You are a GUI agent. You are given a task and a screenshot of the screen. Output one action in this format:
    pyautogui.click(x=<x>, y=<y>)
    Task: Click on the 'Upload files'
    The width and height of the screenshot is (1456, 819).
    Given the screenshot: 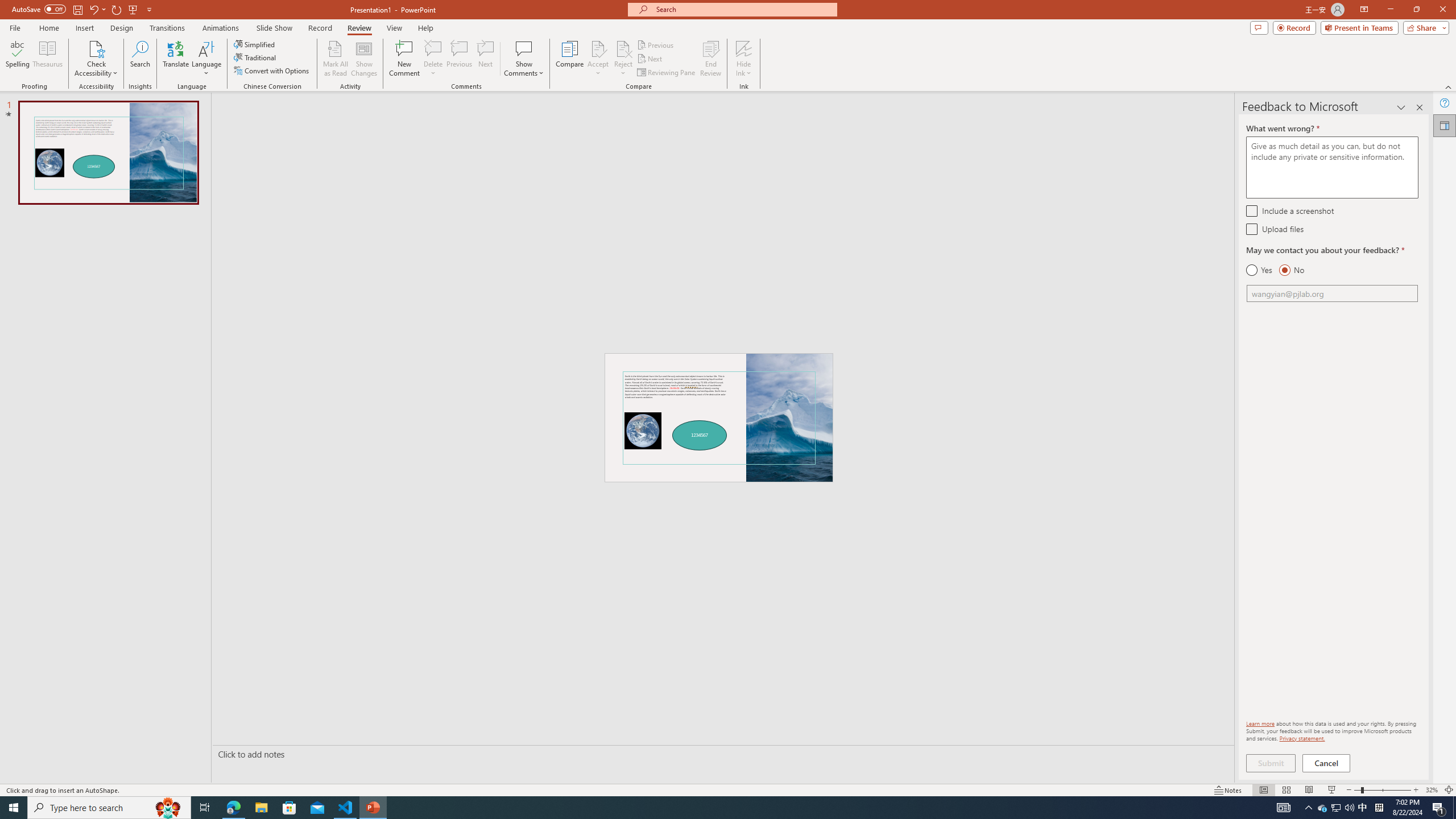 What is the action you would take?
    pyautogui.click(x=1251, y=229)
    